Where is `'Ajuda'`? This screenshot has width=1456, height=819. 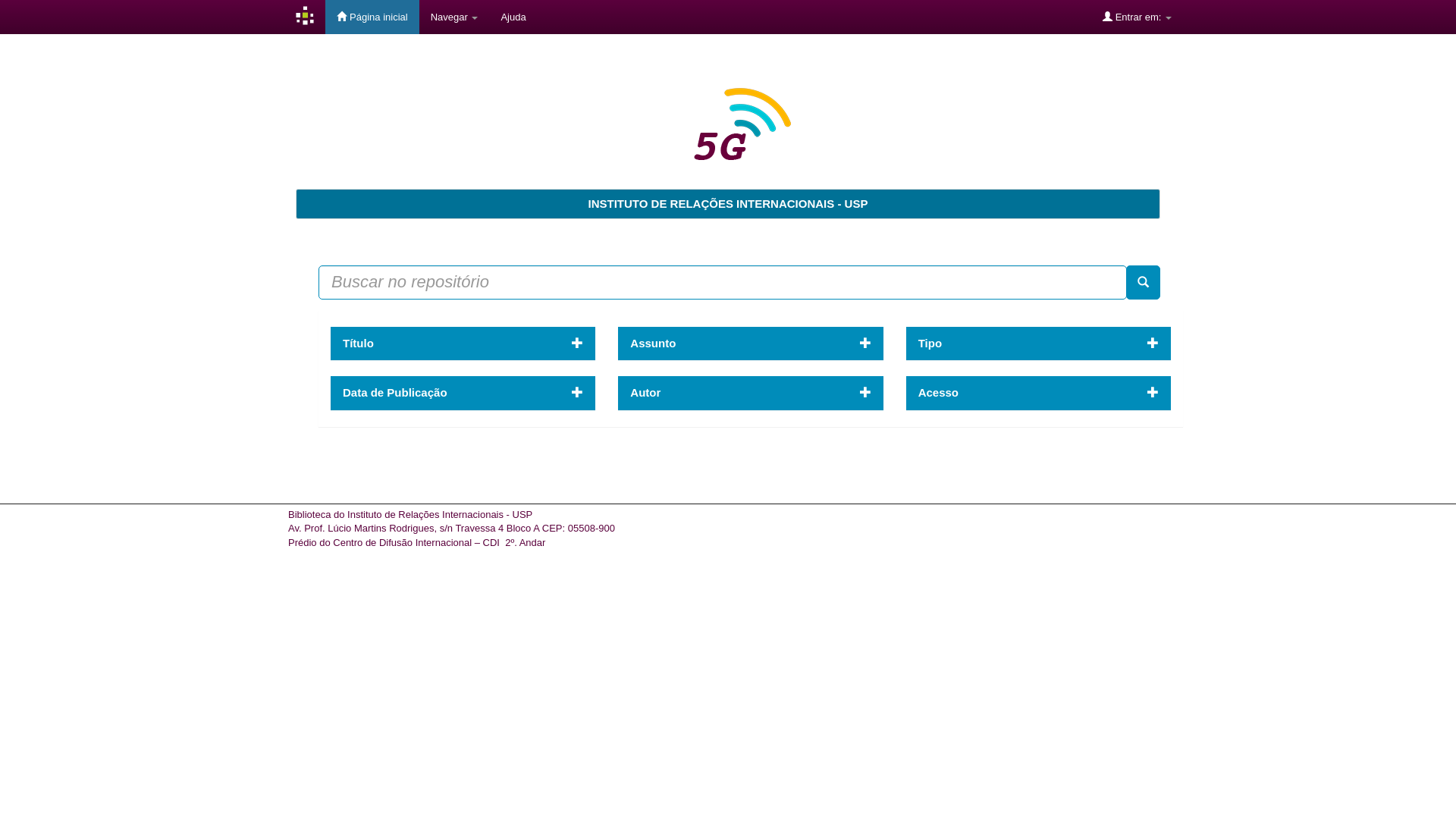 'Ajuda' is located at coordinates (513, 17).